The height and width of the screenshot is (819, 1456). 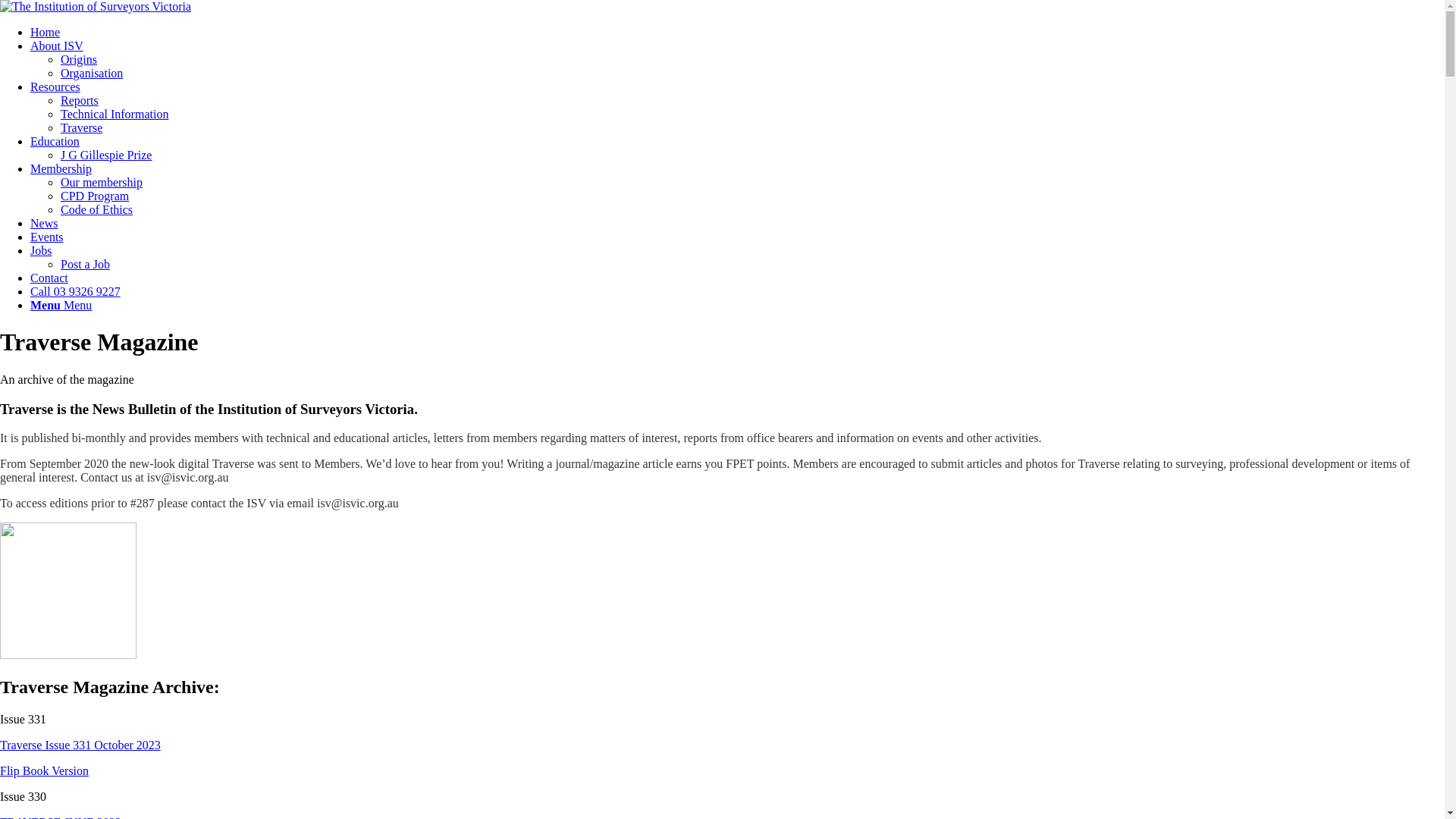 I want to click on 'Technical Information', so click(x=113, y=113).